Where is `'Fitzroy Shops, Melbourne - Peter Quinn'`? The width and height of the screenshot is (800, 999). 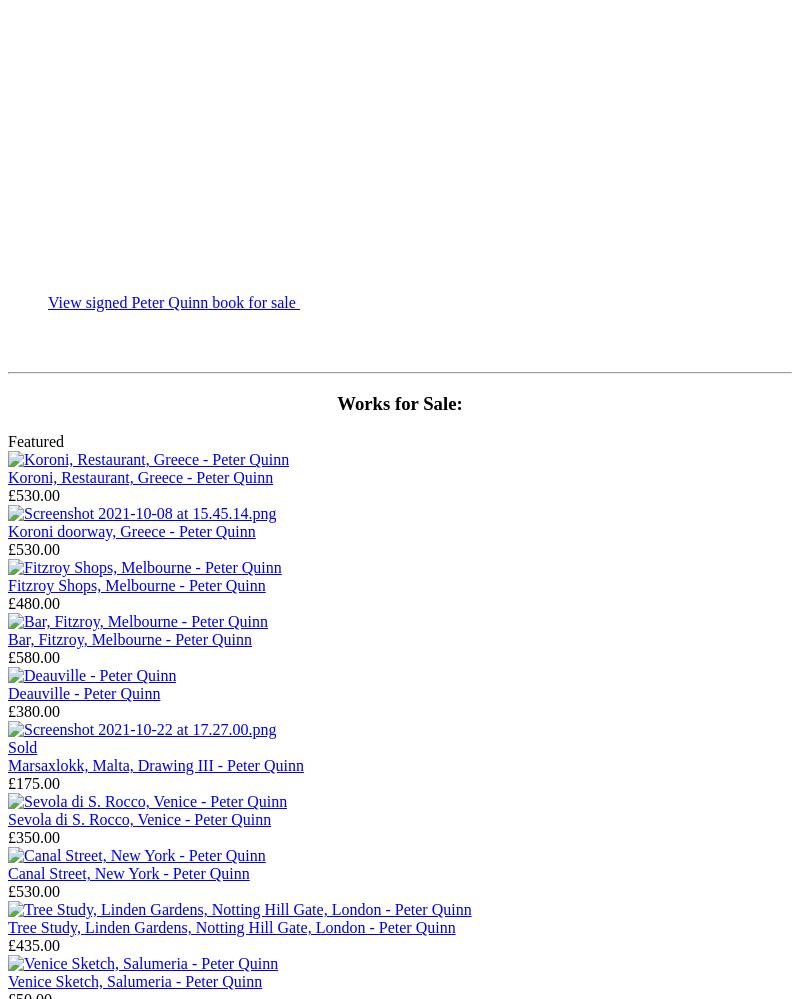
'Fitzroy Shops, Melbourne - Peter Quinn' is located at coordinates (136, 585).